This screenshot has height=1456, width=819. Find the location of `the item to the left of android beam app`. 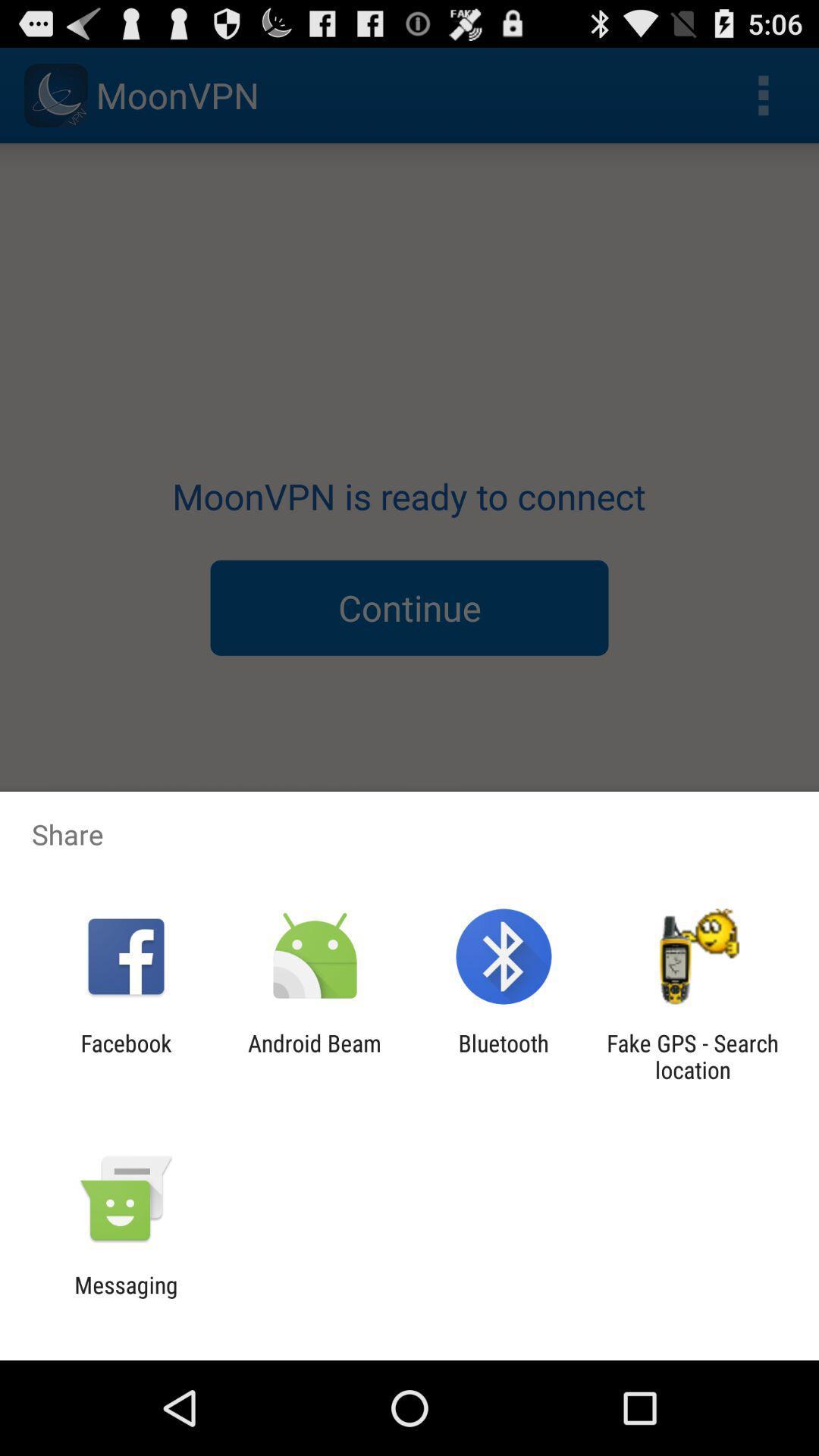

the item to the left of android beam app is located at coordinates (125, 1056).